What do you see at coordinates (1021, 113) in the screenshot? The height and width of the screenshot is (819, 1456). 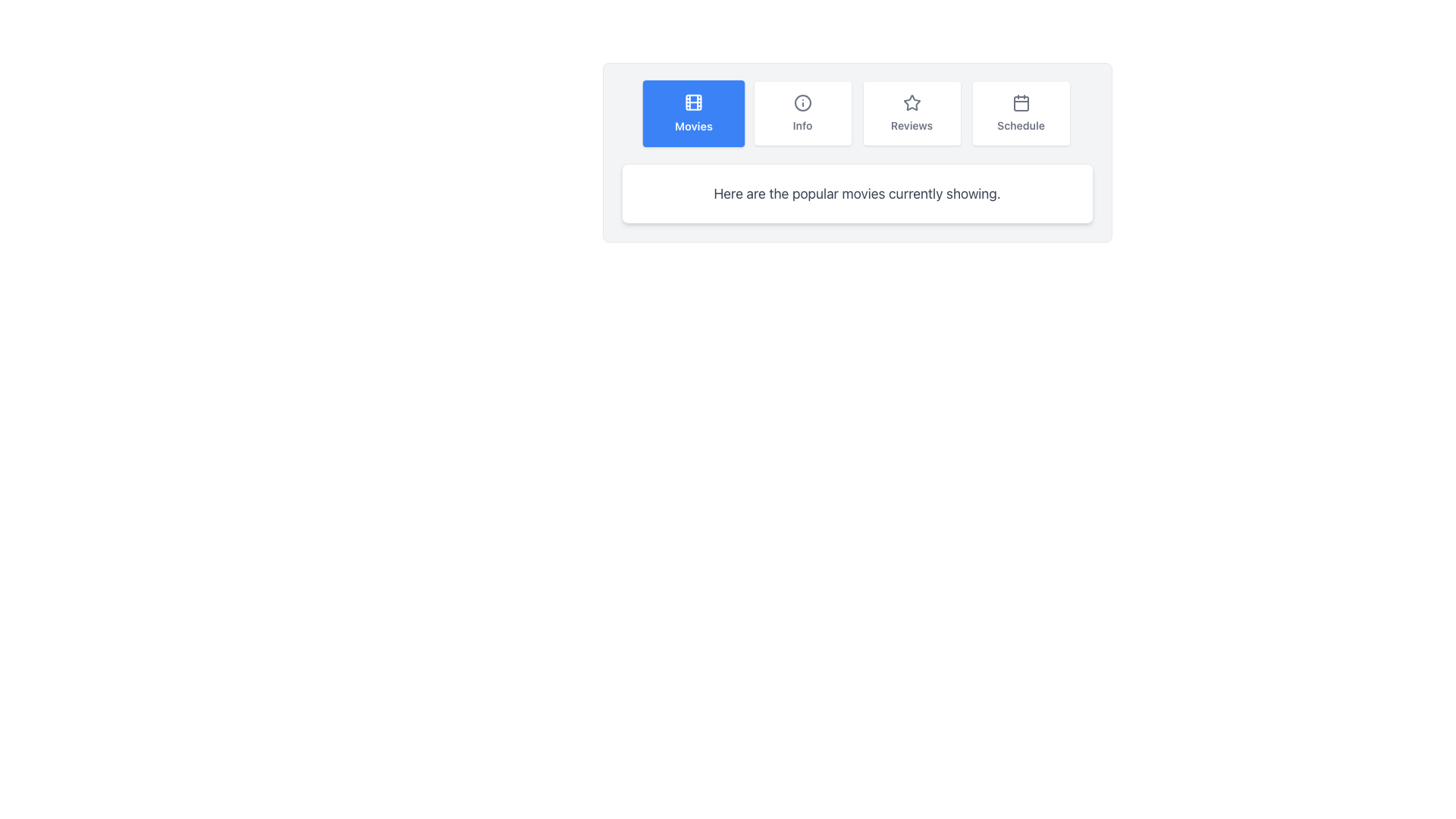 I see `the 'Schedule' button, which is the fourth button in a row of four similar buttons (Movies, Info, Reviews, Schedule)` at bounding box center [1021, 113].